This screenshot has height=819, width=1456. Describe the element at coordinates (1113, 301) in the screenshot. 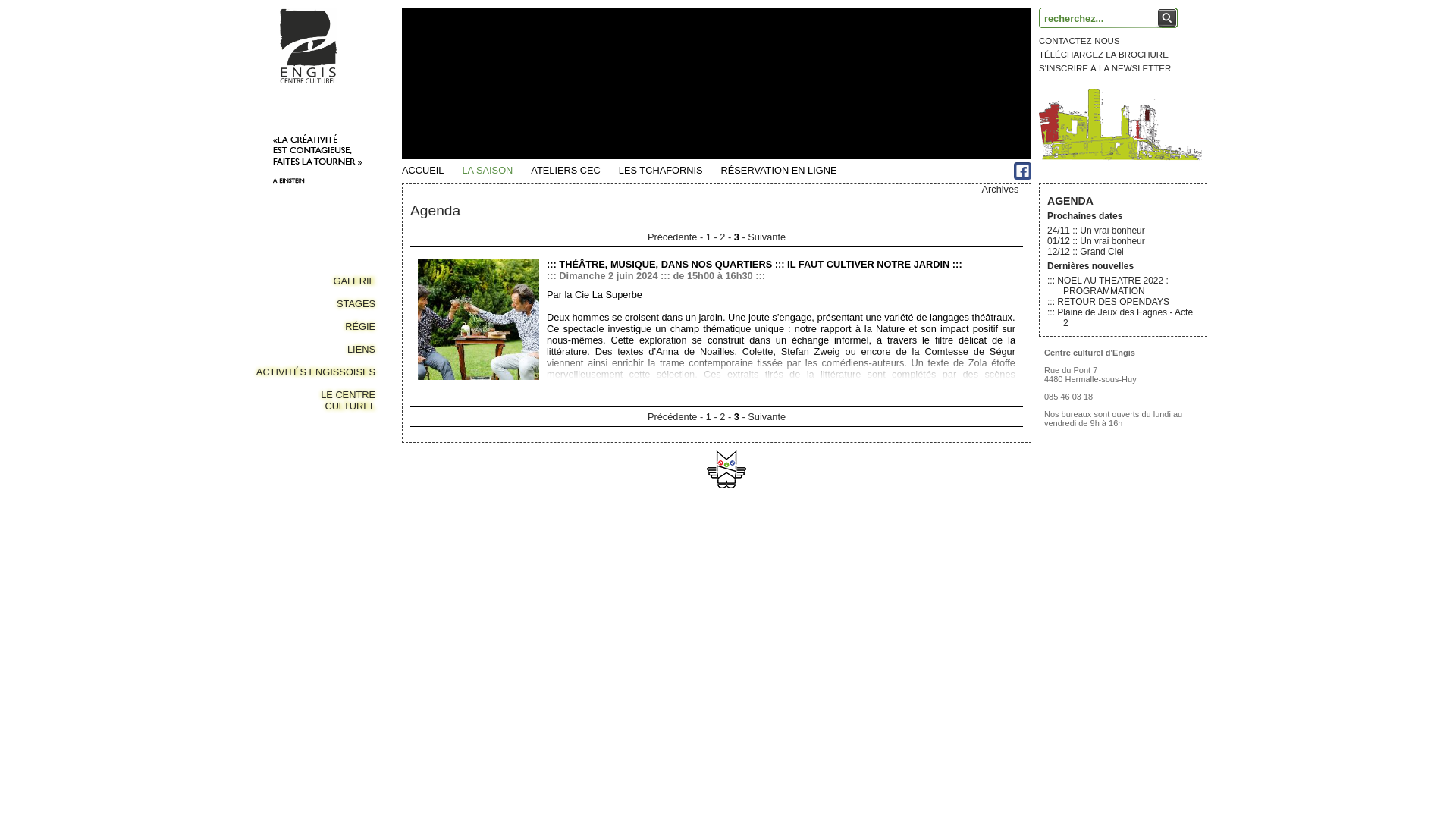

I see `'RETOUR DES OPENDAYS'` at that location.